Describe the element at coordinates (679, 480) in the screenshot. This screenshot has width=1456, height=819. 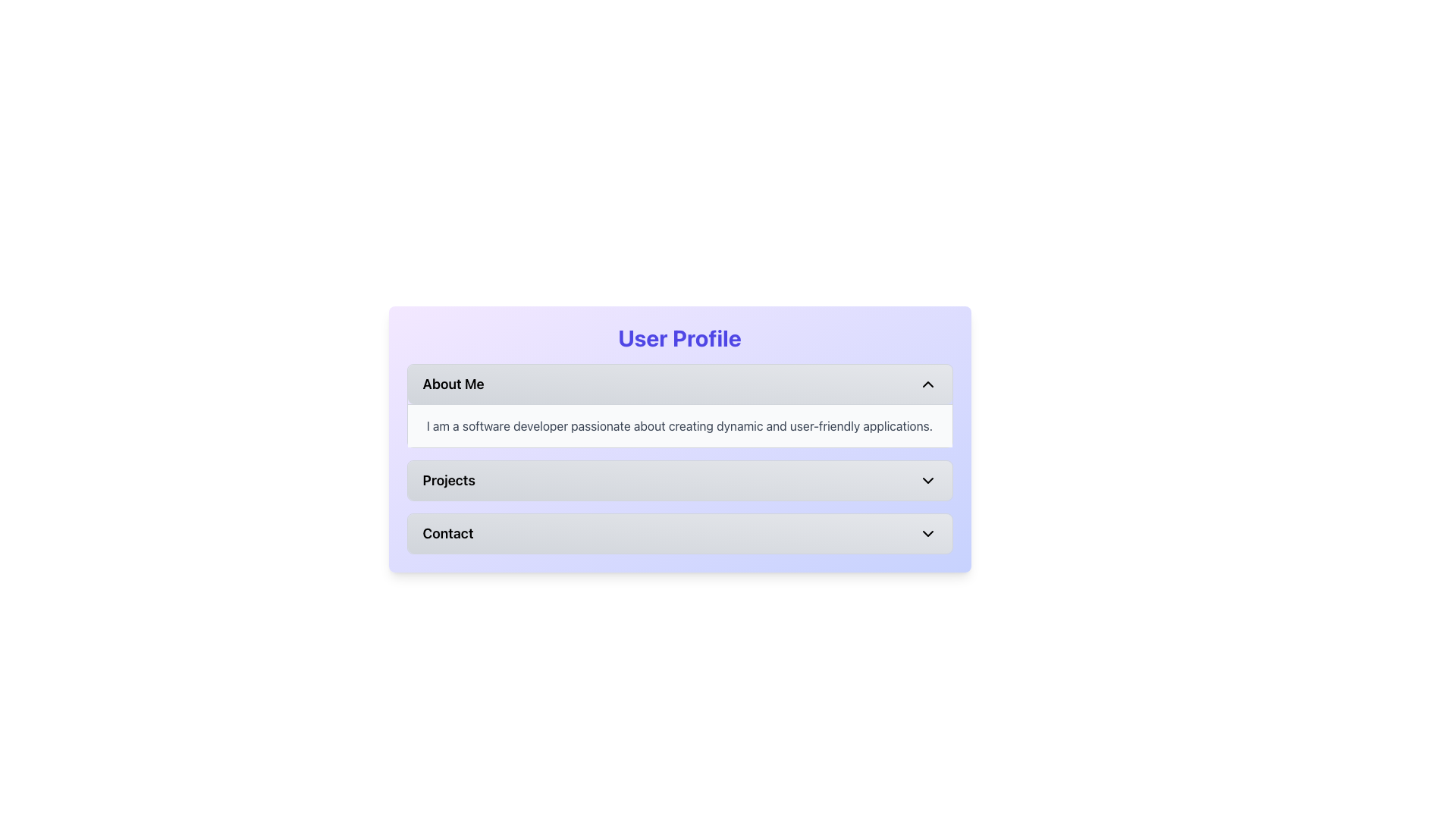
I see `the 'Projects' button, which is a rectangular button with a light gray gradient background that darkens on hover, located centrally between the 'About Me' and 'Contact' buttons` at that location.